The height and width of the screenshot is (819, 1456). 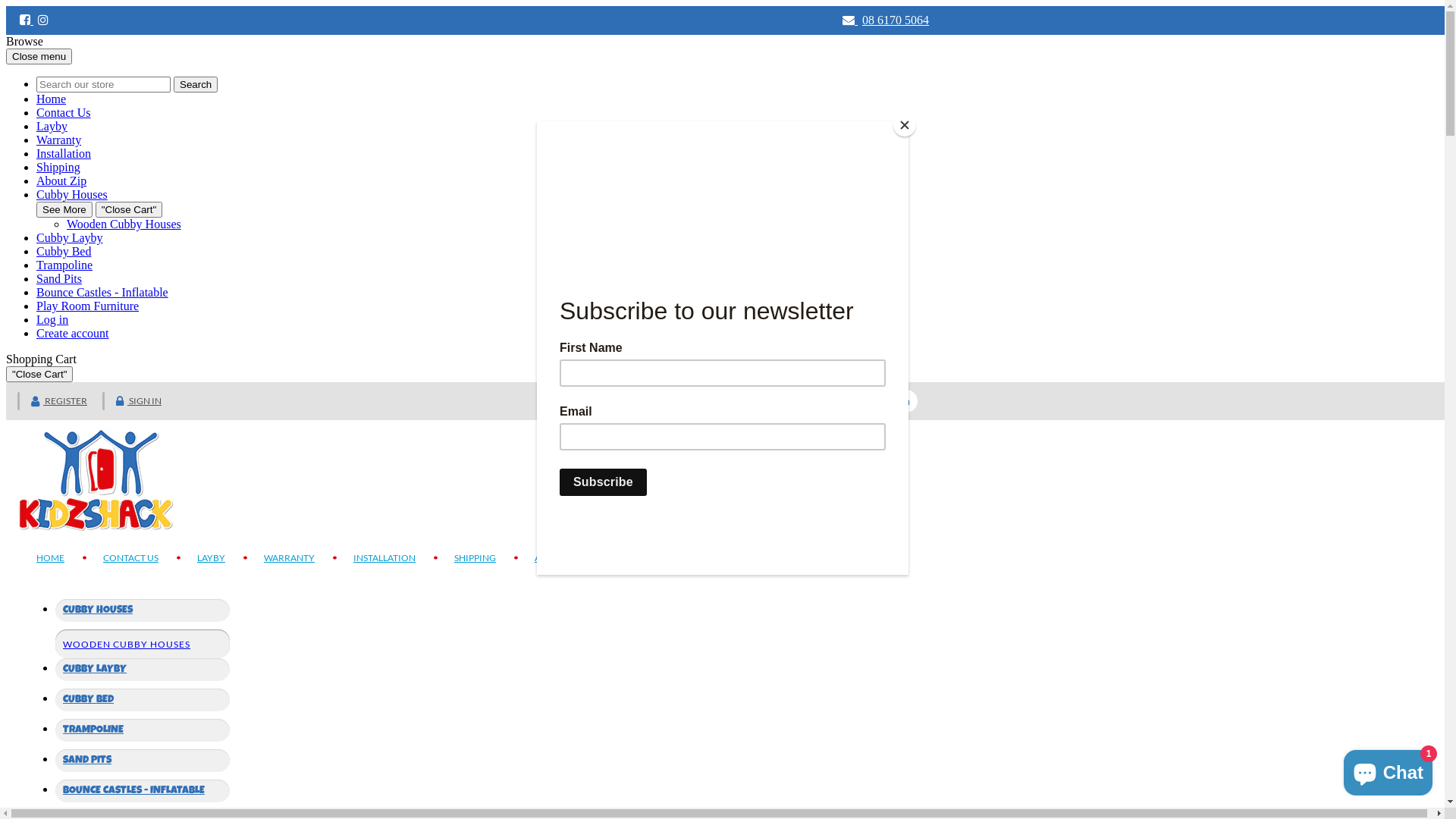 What do you see at coordinates (138, 400) in the screenshot?
I see `'SIGN IN'` at bounding box center [138, 400].